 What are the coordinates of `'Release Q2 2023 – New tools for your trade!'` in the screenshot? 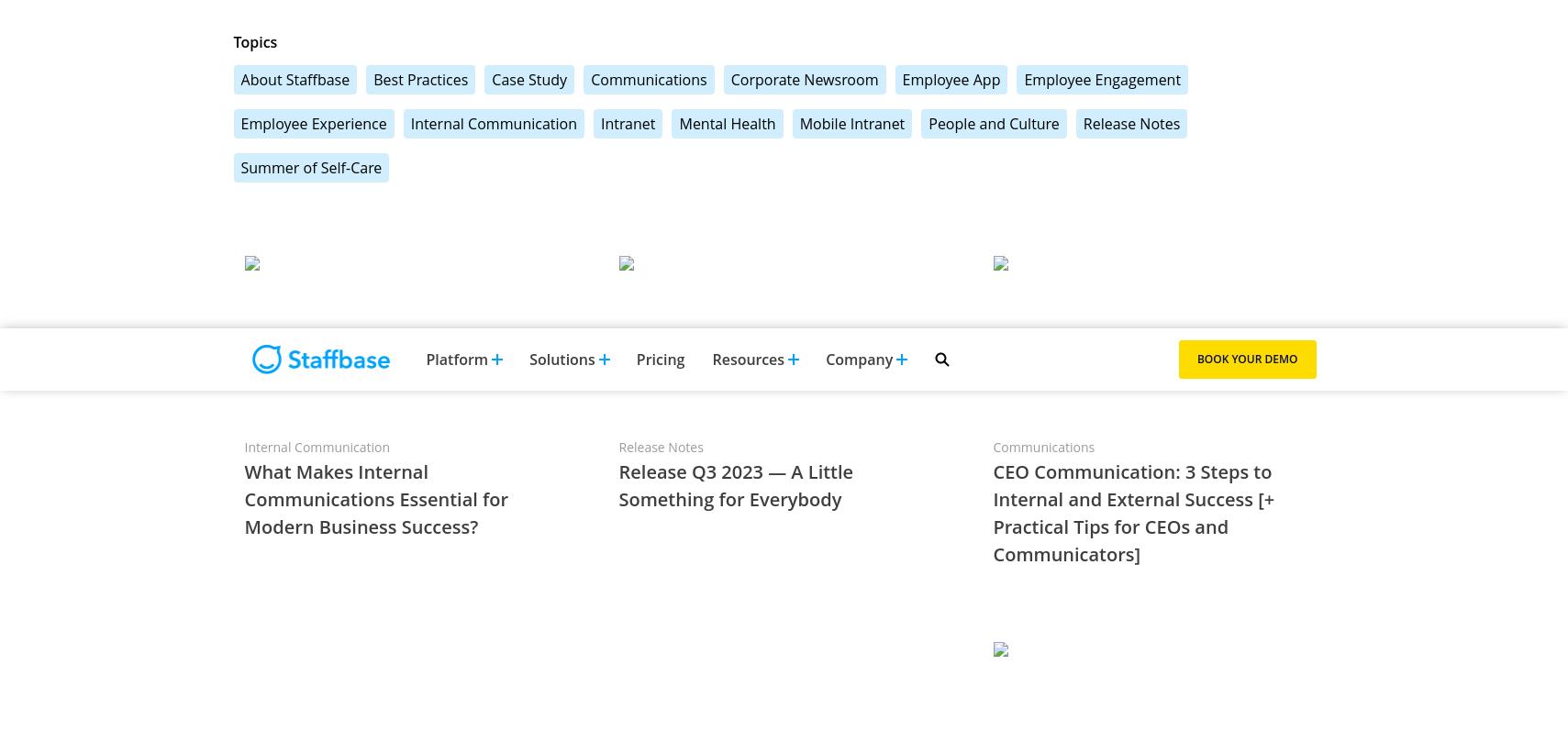 It's located at (406, 116).